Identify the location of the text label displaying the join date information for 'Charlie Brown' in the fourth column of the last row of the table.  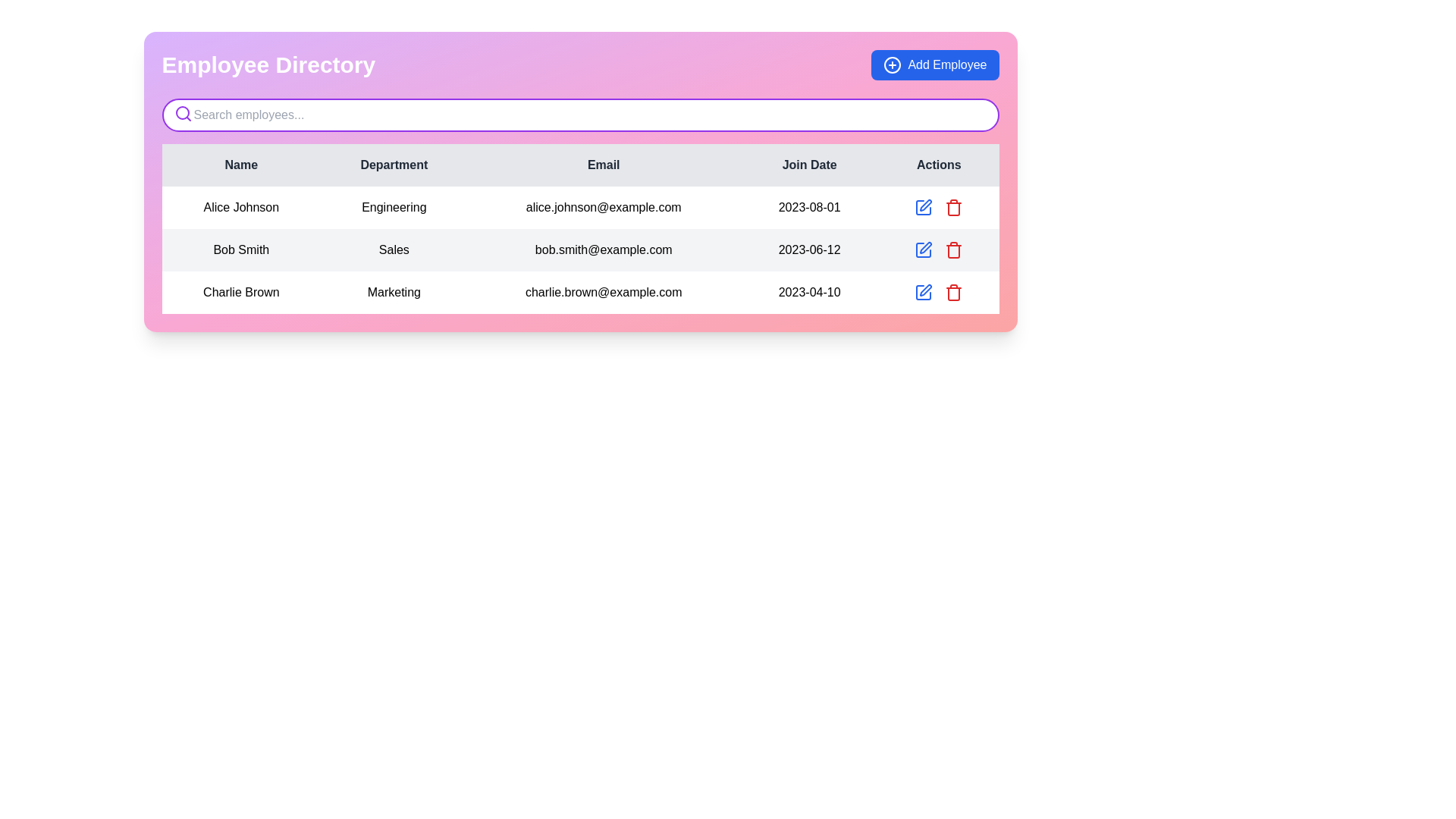
(808, 292).